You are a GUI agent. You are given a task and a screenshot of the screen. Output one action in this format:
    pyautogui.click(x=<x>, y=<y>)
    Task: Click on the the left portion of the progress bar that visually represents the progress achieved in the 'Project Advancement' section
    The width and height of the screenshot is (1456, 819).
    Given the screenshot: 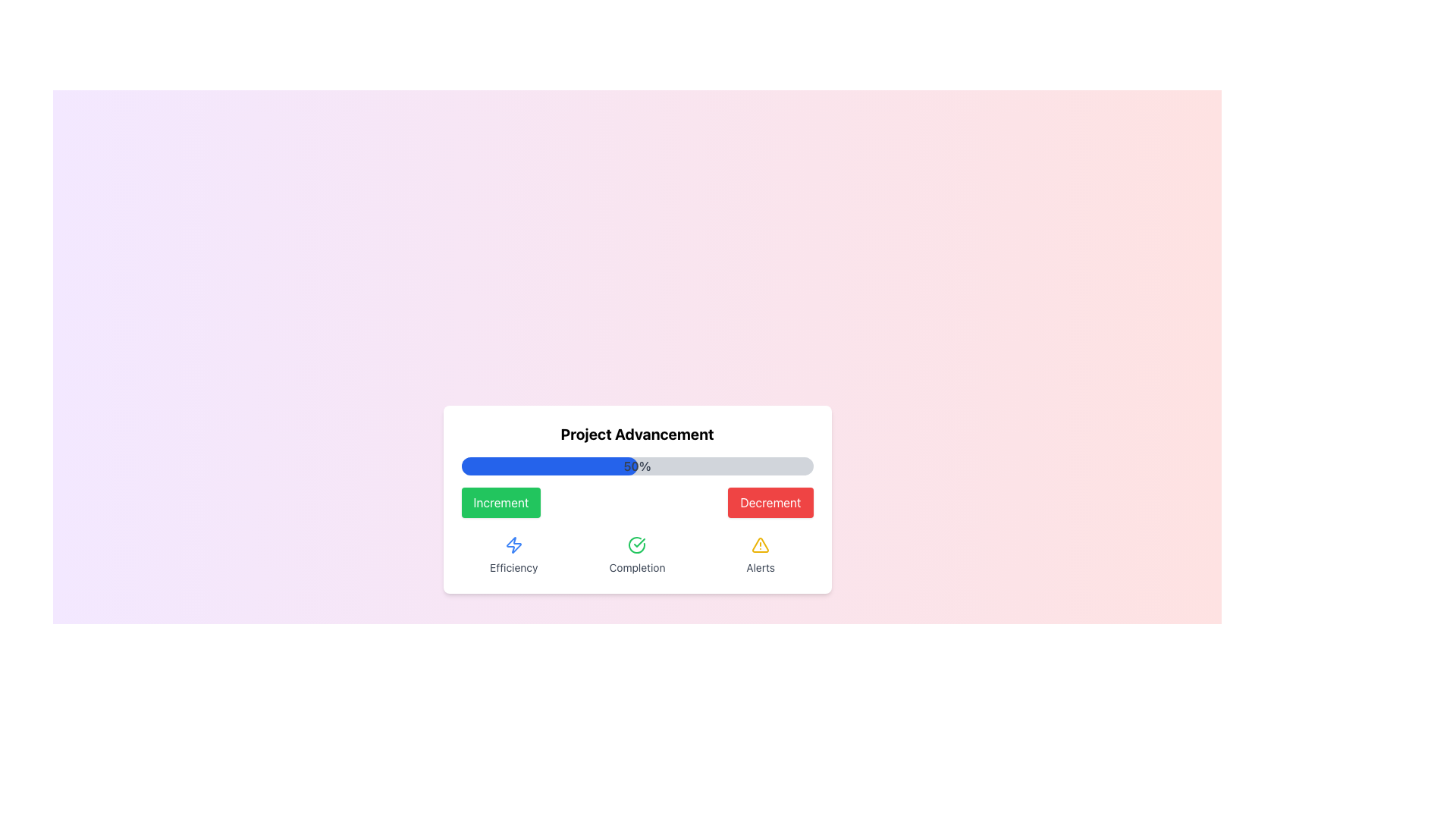 What is the action you would take?
    pyautogui.click(x=548, y=465)
    